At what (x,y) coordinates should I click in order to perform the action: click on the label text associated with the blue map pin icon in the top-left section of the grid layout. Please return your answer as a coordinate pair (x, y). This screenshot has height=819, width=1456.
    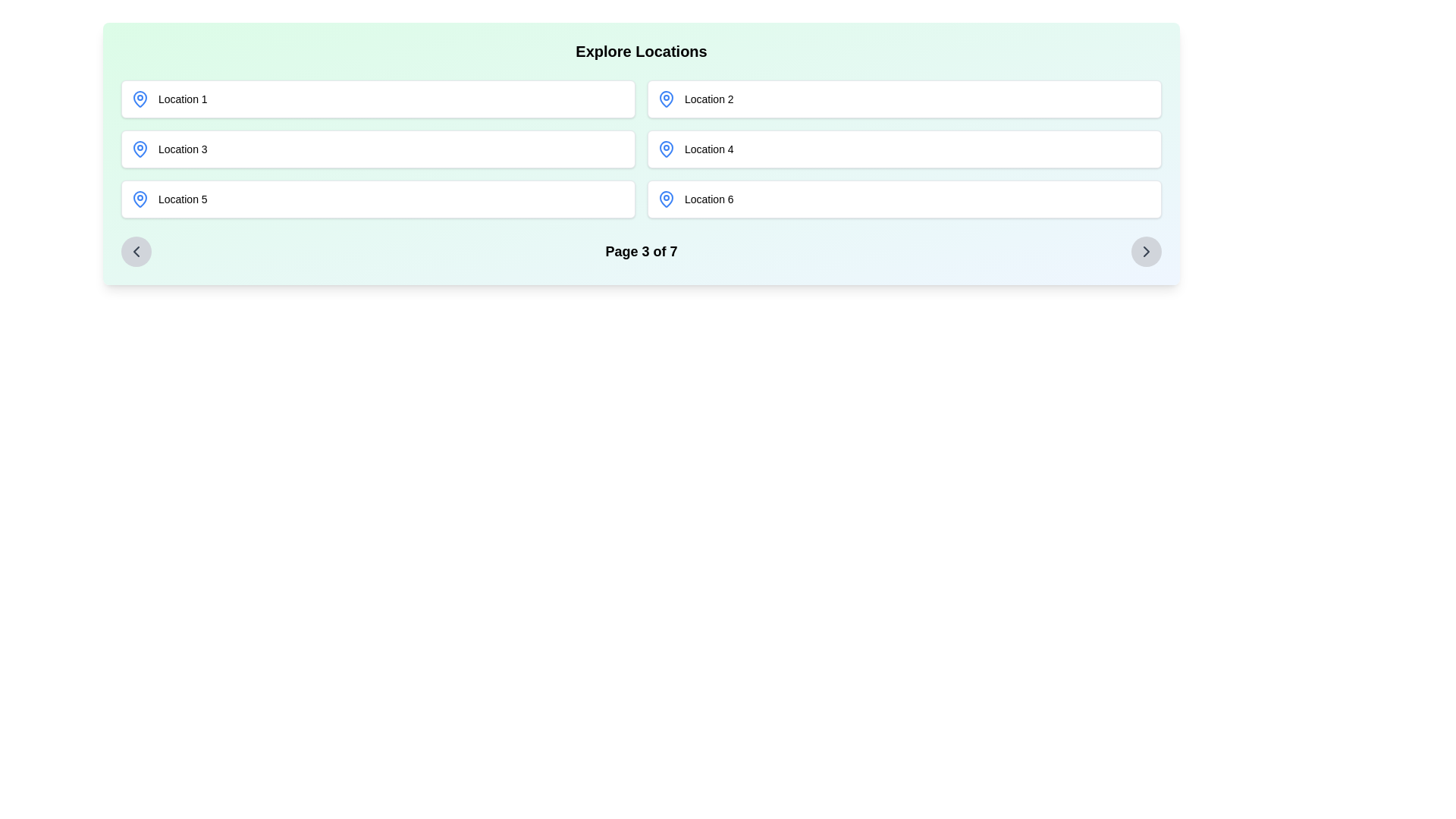
    Looking at the image, I should click on (182, 99).